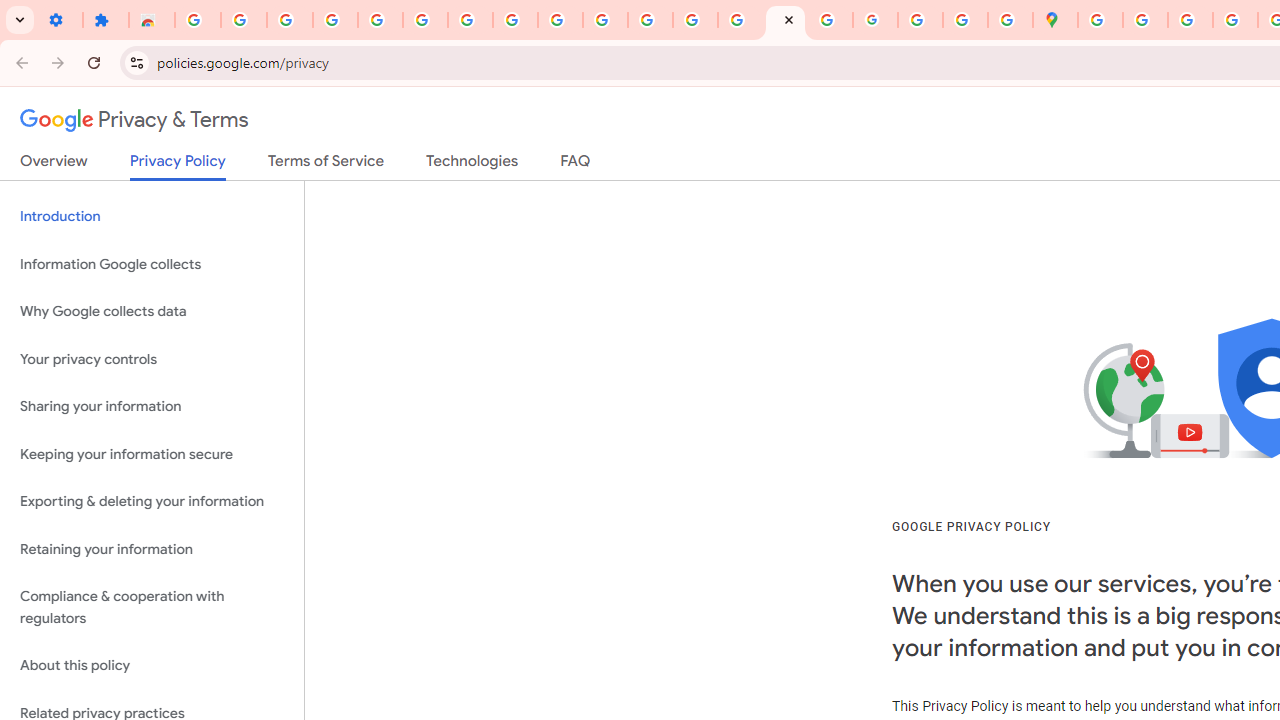 The image size is (1280, 720). I want to click on 'Keeping your information secure', so click(151, 454).